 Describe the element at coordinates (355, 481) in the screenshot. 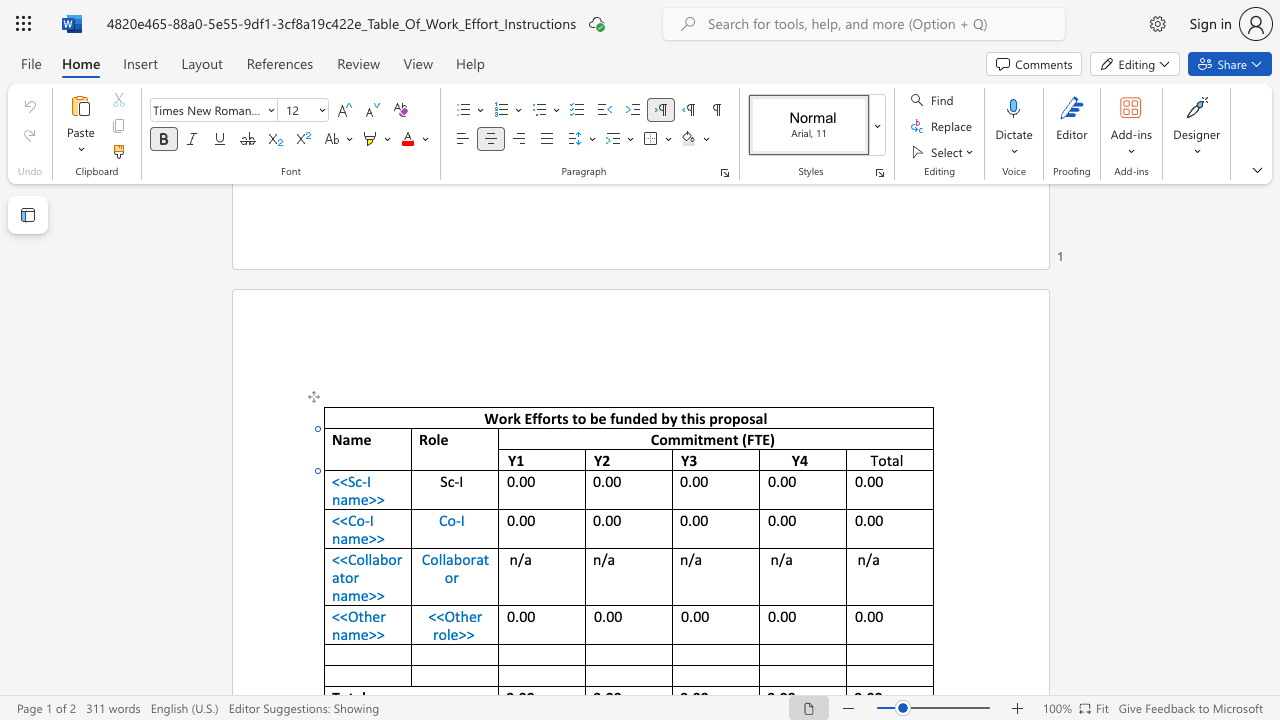

I see `the space between the continuous character "S" and "c" in the text` at that location.